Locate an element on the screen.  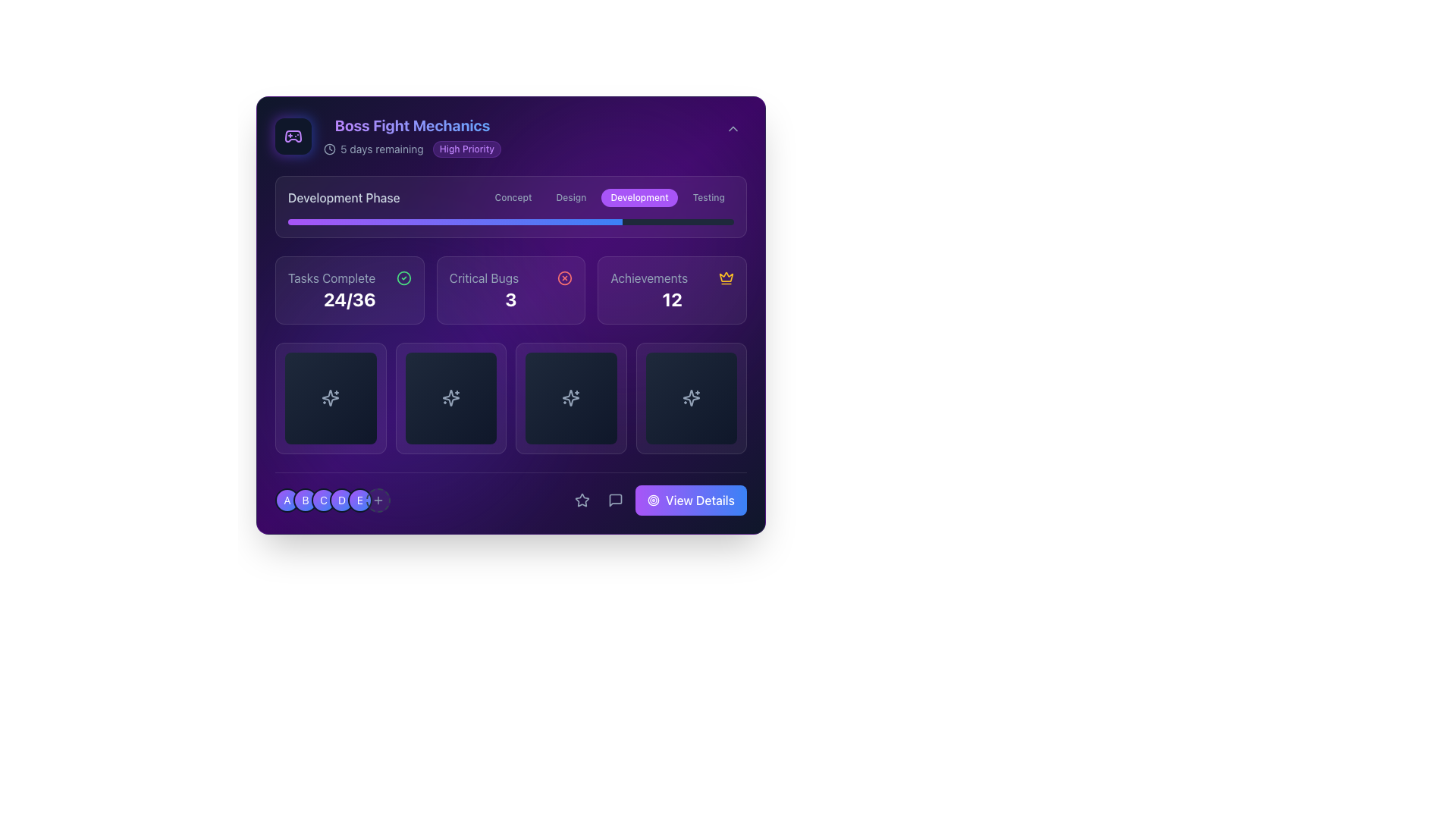
the gaming-related icon positioned at the top-left corner, adjacent to the title text 'Boss Fight Mechanics' is located at coordinates (293, 136).